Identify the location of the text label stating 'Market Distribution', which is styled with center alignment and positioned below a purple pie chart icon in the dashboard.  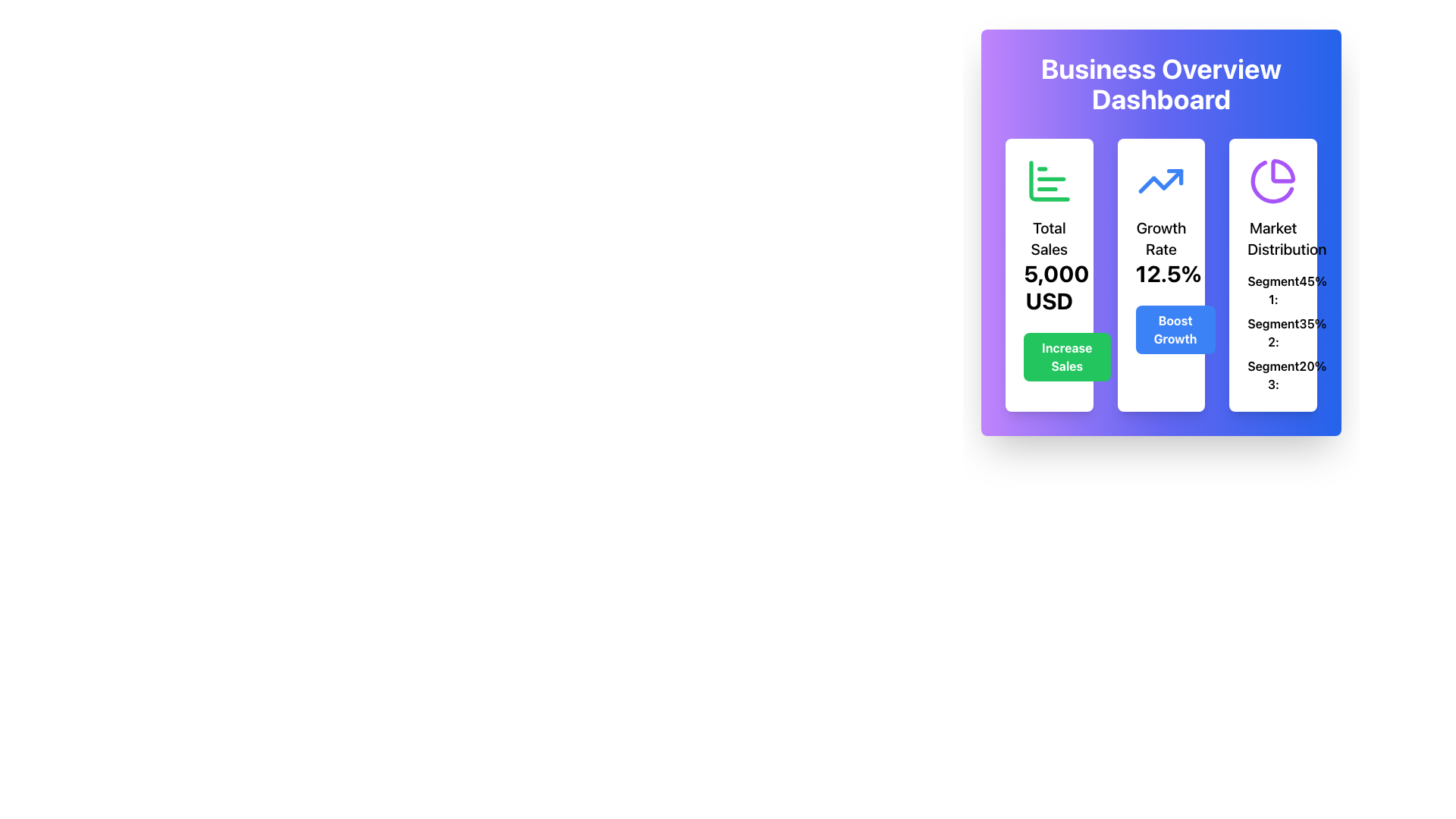
(1273, 239).